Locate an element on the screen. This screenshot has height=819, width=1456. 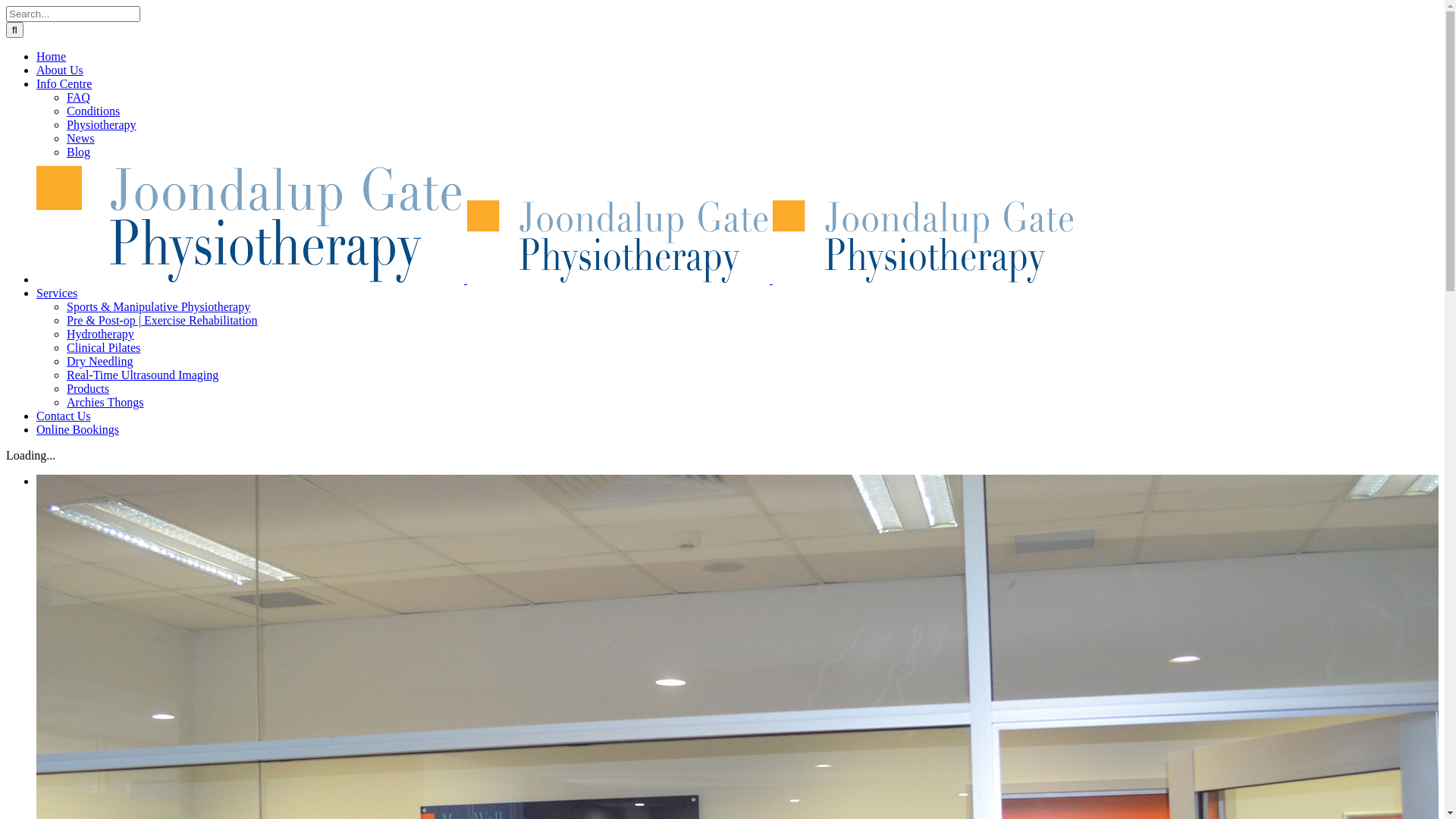
'Services' is located at coordinates (57, 293).